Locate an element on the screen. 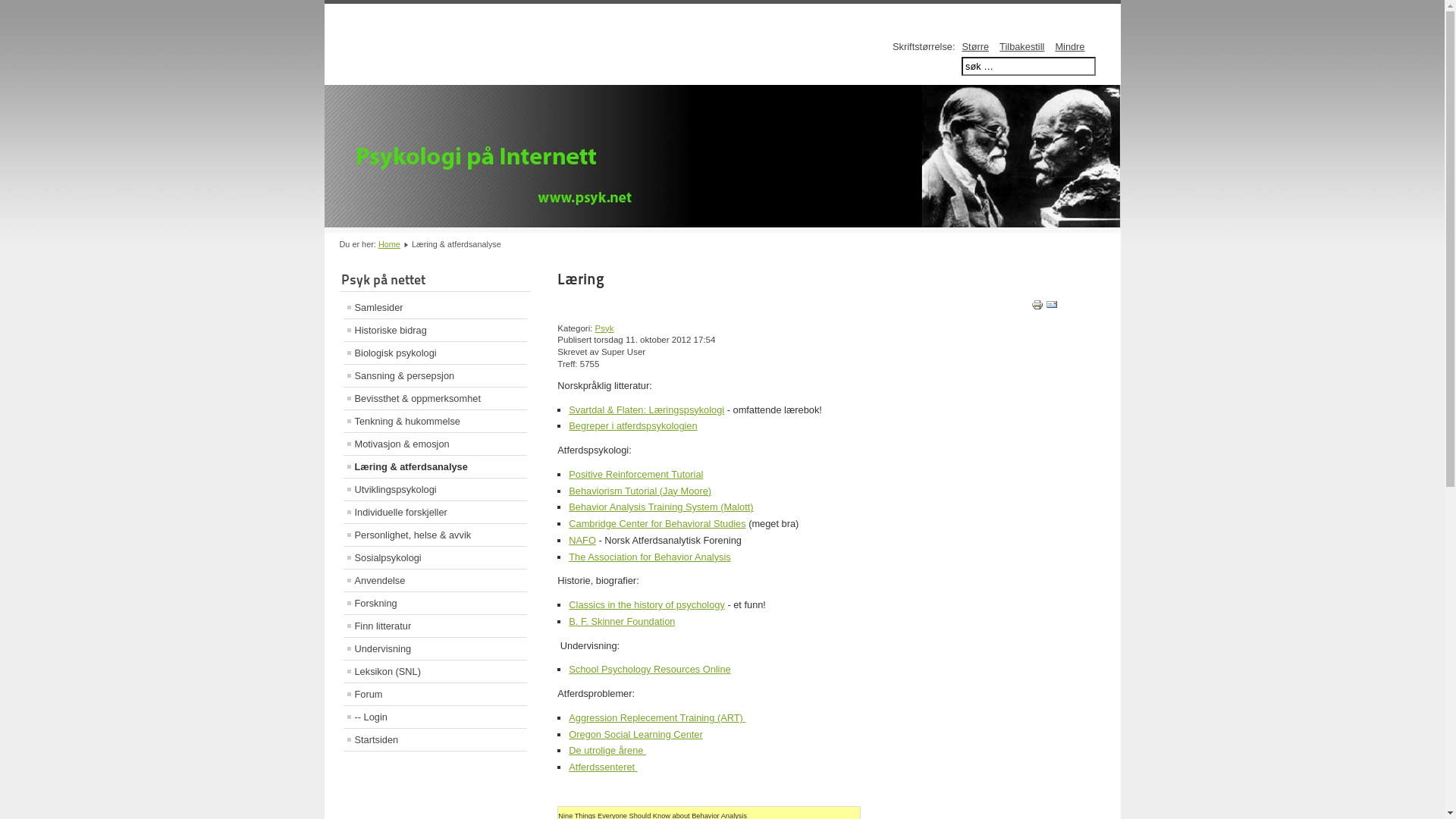 The width and height of the screenshot is (1456, 819). 'Sosialpsykologi' is located at coordinates (434, 557).